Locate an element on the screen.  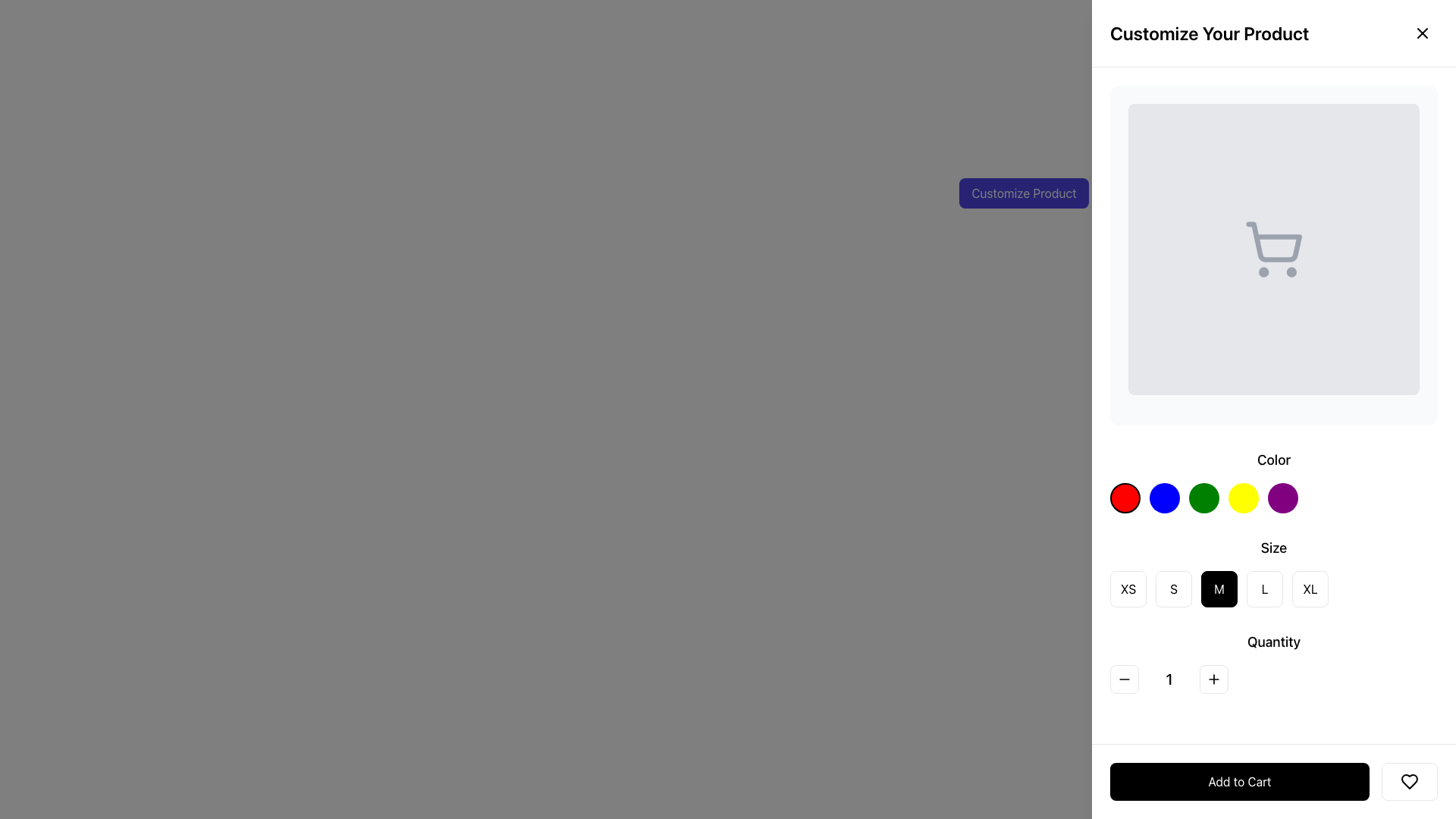
the 'Quantity' text label, which is a bold, medium-sized font element located at the top of the quantity selection controls in the product customization panel is located at coordinates (1274, 642).